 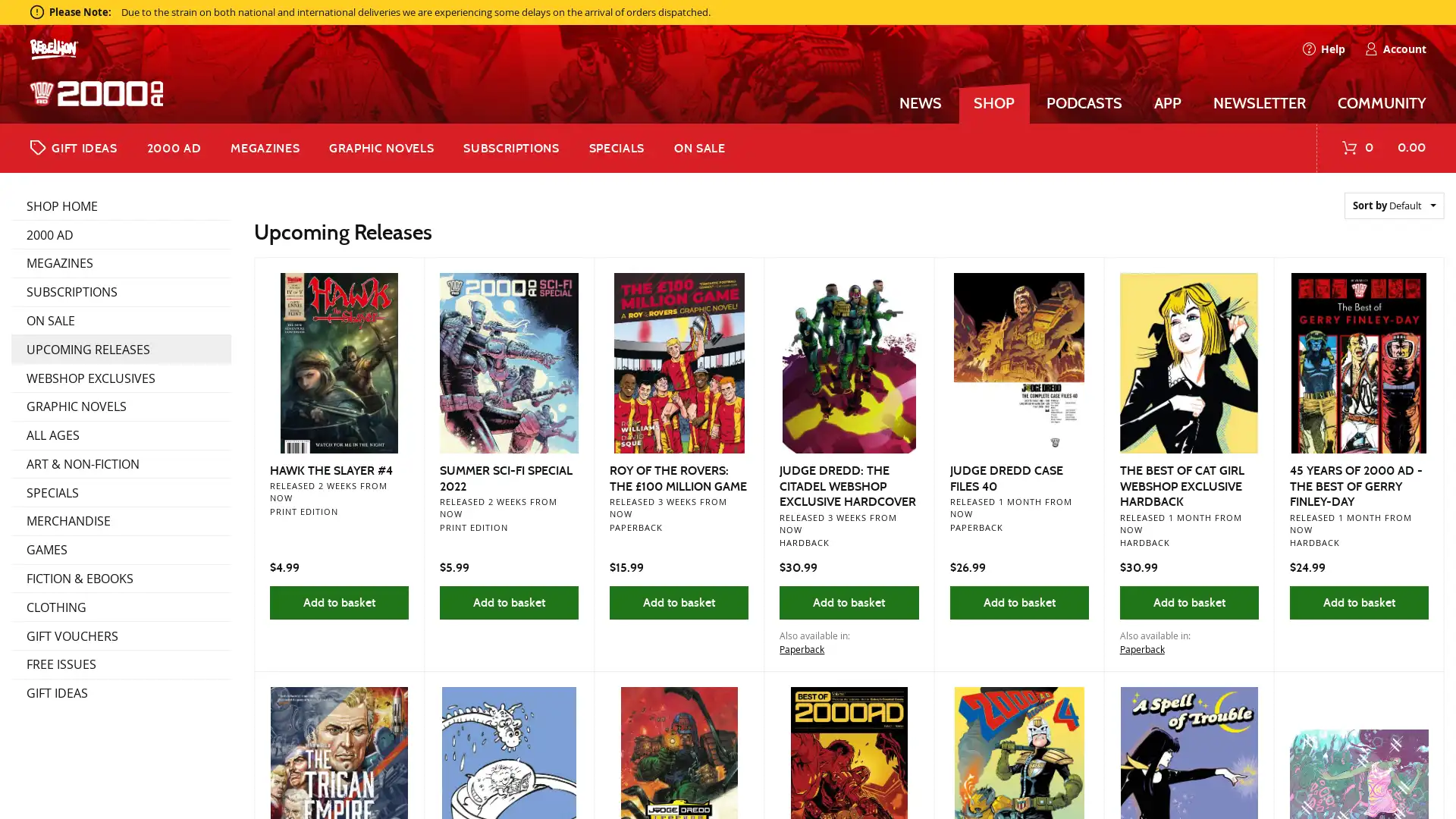 I want to click on Add to basket, so click(x=509, y=601).